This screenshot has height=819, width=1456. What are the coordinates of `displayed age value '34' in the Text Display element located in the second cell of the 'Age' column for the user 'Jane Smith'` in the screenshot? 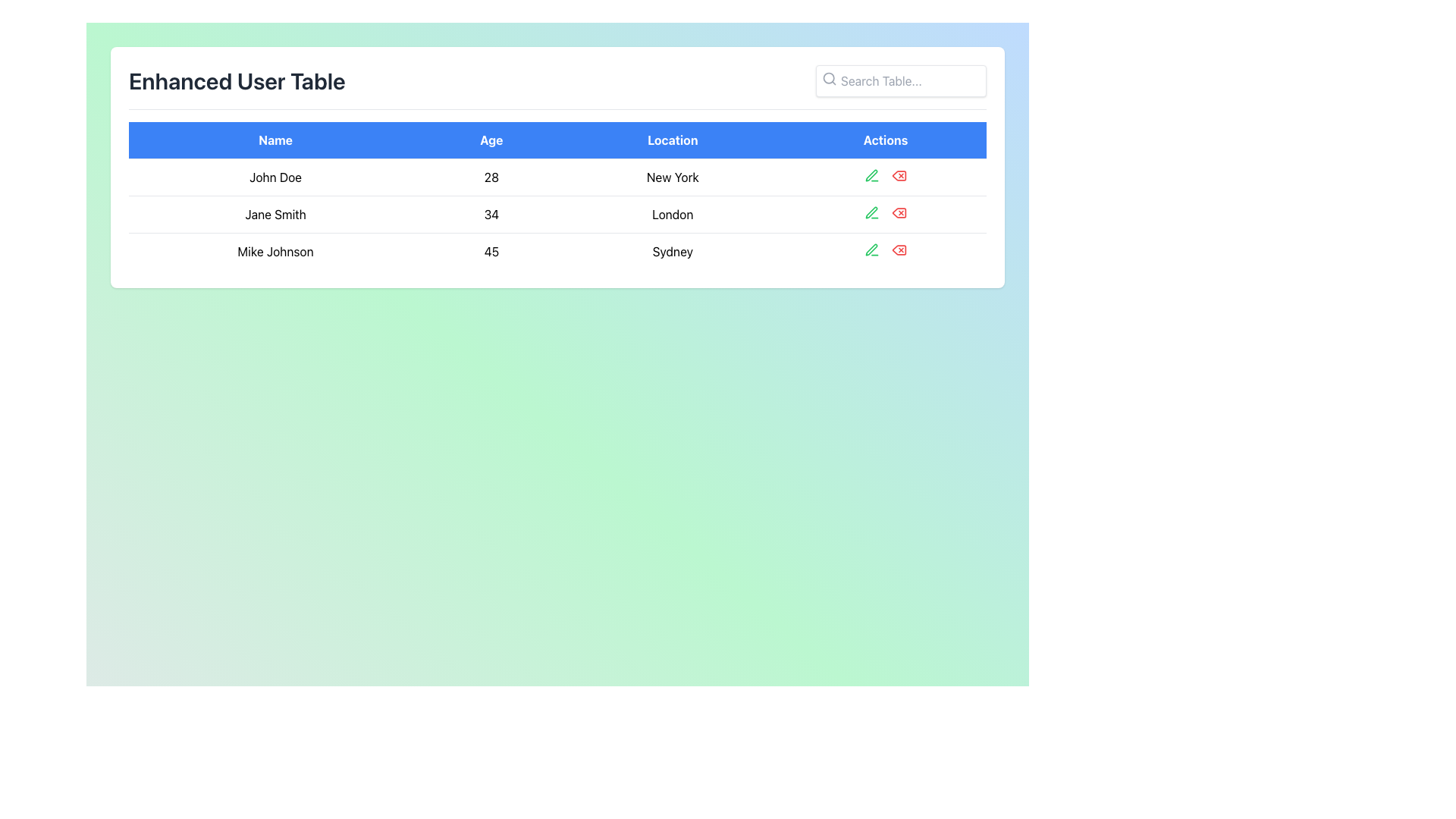 It's located at (491, 214).